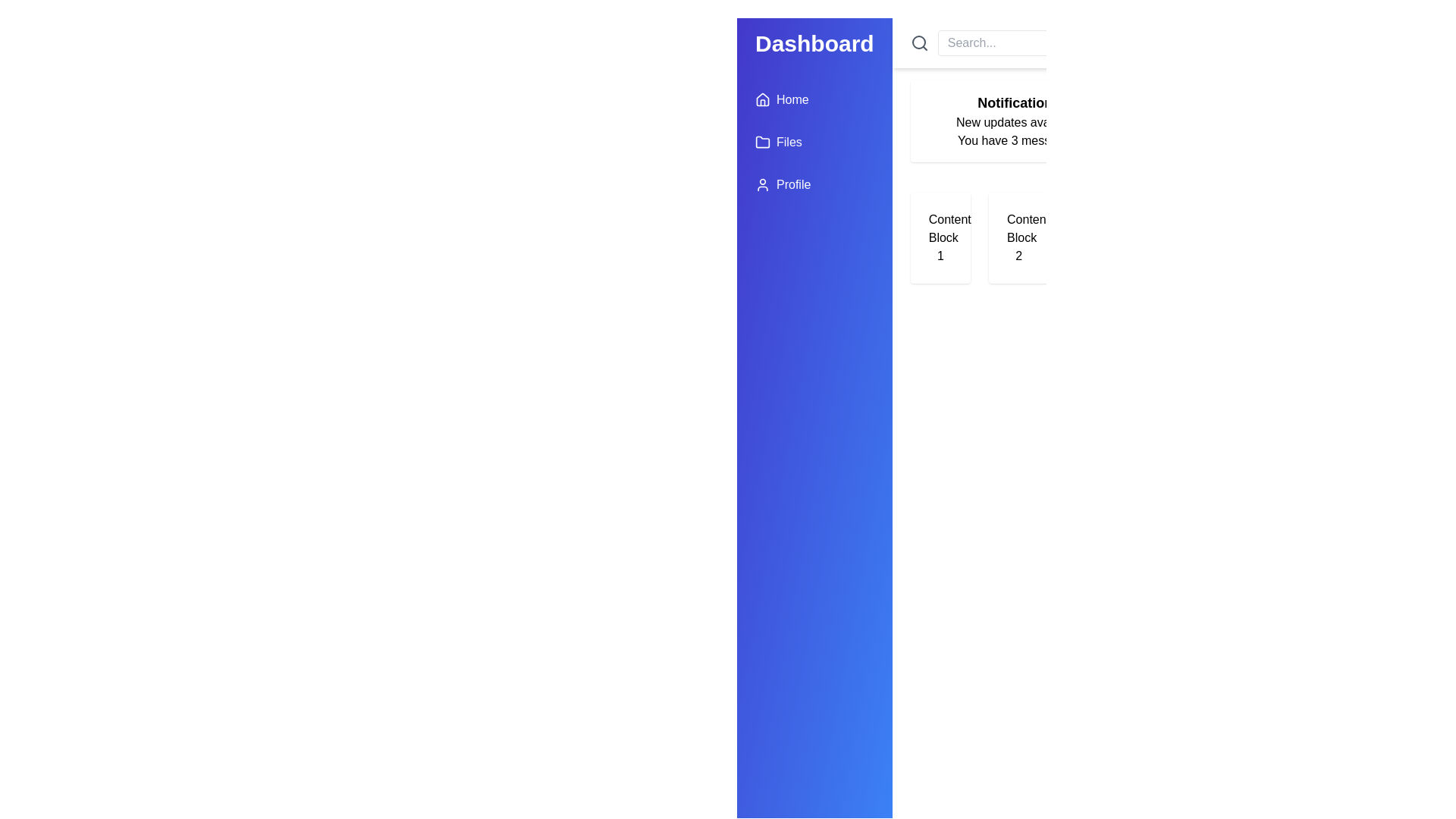 Image resolution: width=1456 pixels, height=819 pixels. Describe the element at coordinates (1018, 237) in the screenshot. I see `the grid containing three content boxes labeled as 'Content Block 1', 'Content Block 2', and 'Content Block 3' located in the upper-right portion of the layout` at that location.